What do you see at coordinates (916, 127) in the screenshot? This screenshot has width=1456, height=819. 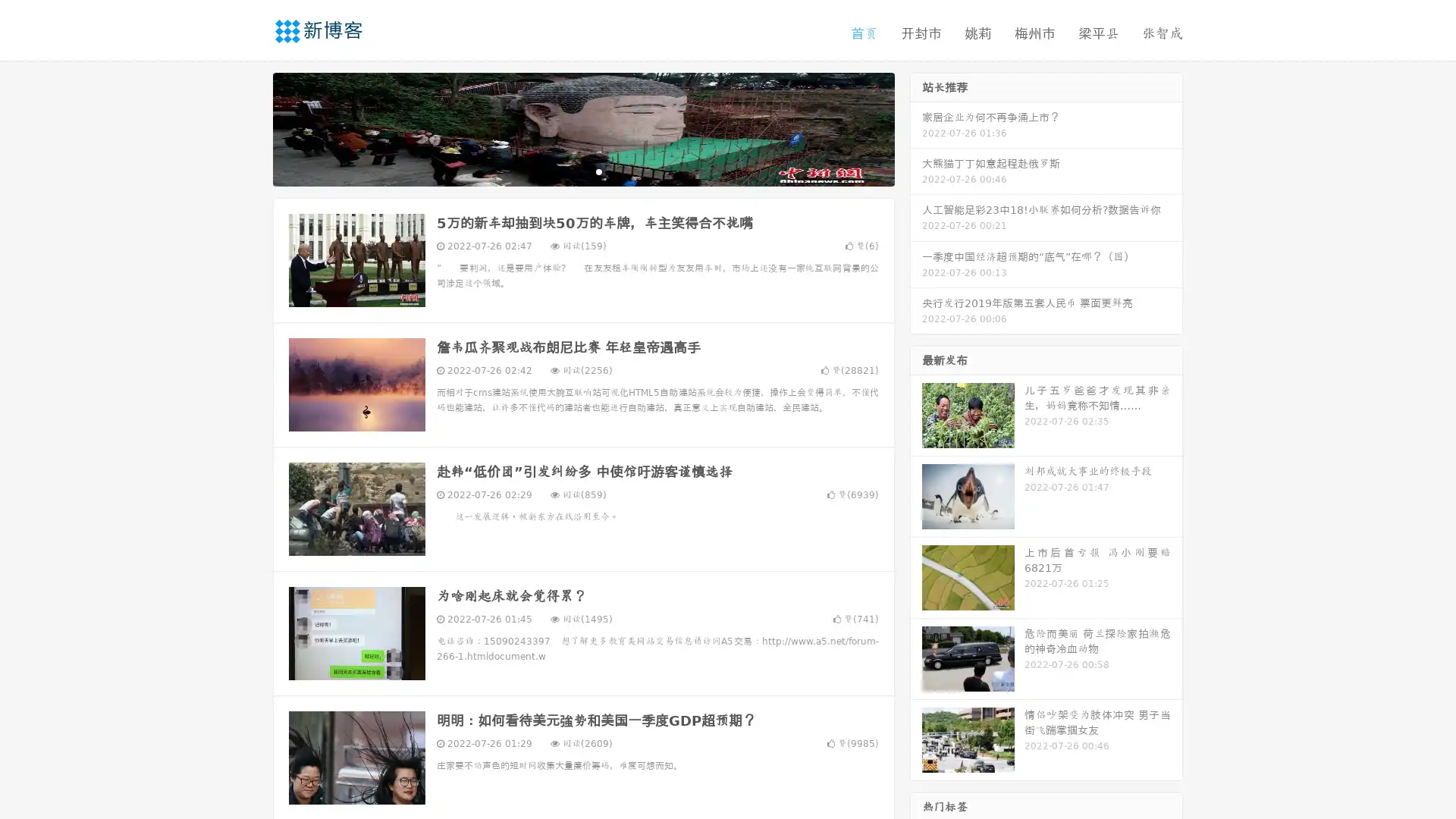 I see `Next slide` at bounding box center [916, 127].